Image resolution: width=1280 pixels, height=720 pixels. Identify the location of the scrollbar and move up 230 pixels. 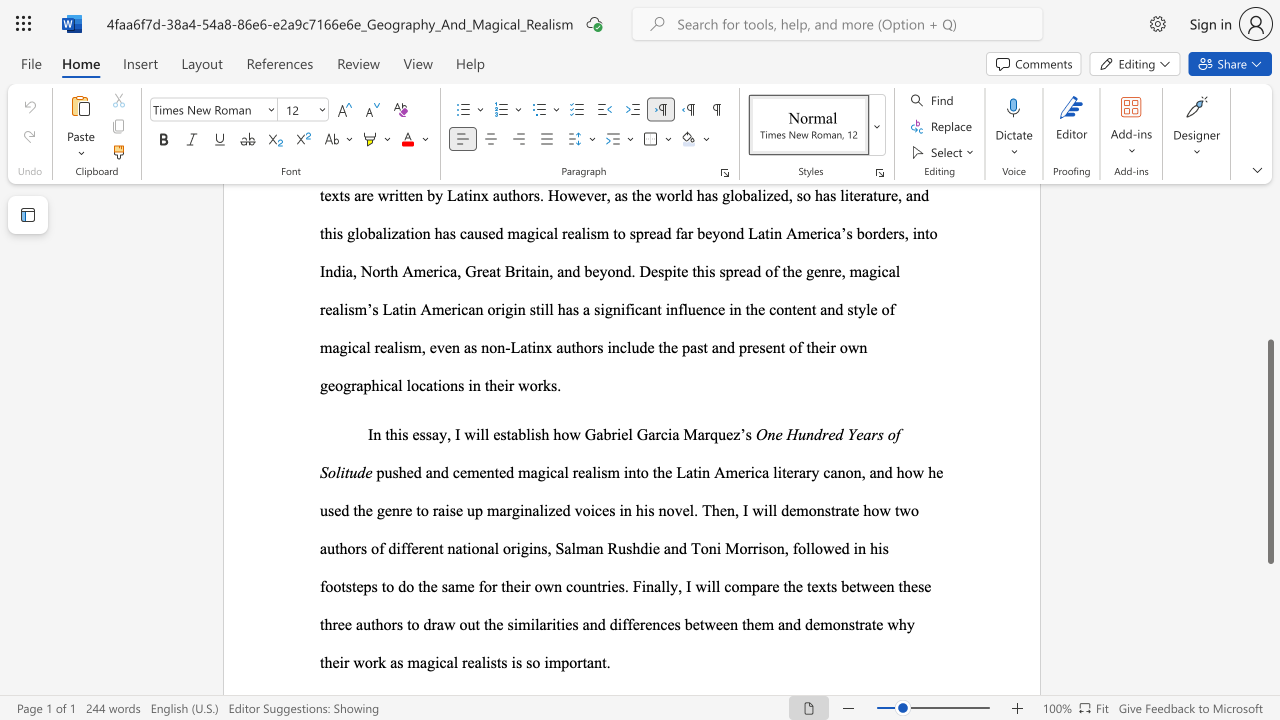
(1269, 452).